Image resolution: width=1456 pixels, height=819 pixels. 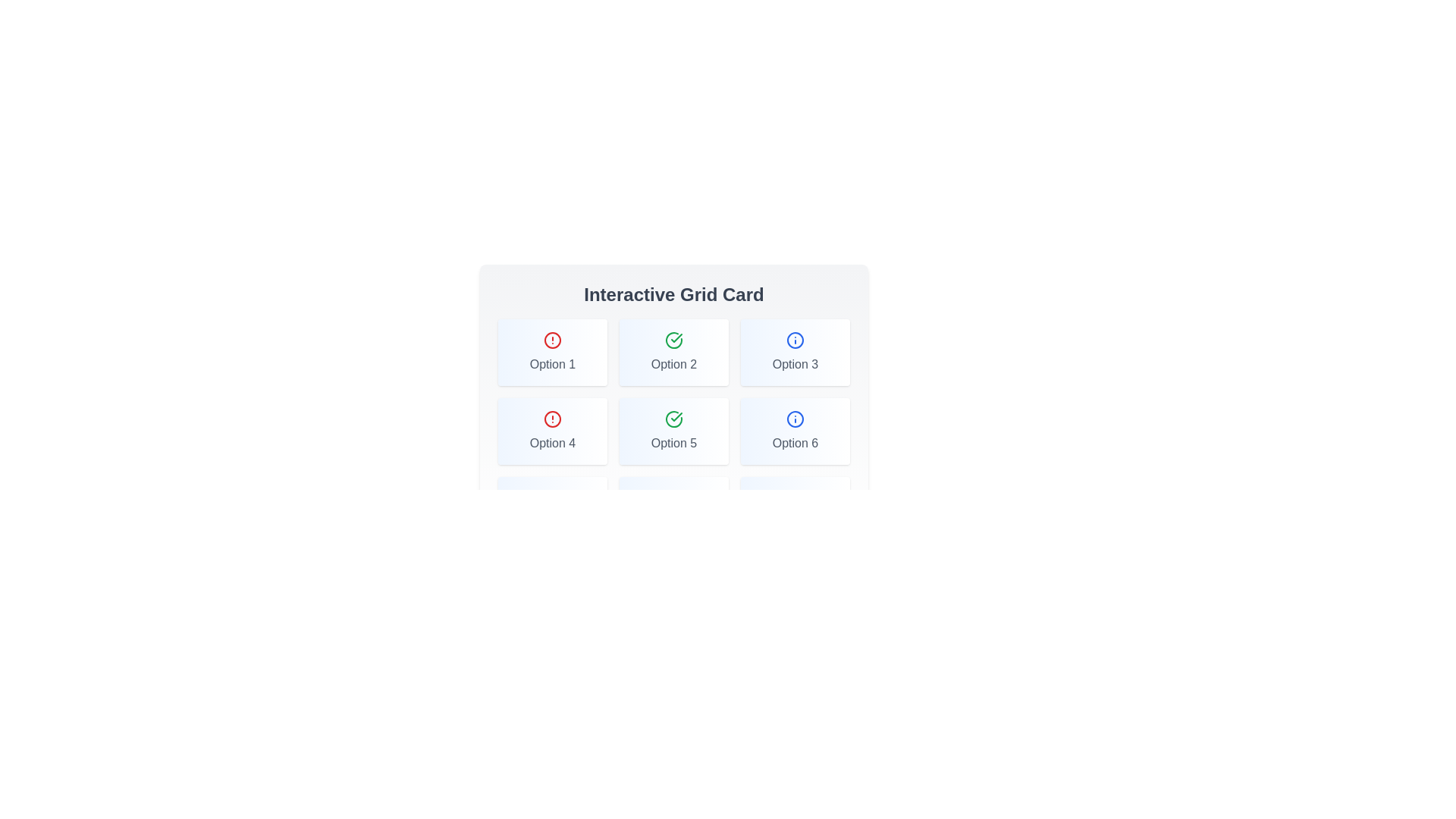 What do you see at coordinates (552, 339) in the screenshot?
I see `the alert icon located at the top-left corner of the 'Interactive Grid Card', which indicates that the associated option or action requires attention` at bounding box center [552, 339].